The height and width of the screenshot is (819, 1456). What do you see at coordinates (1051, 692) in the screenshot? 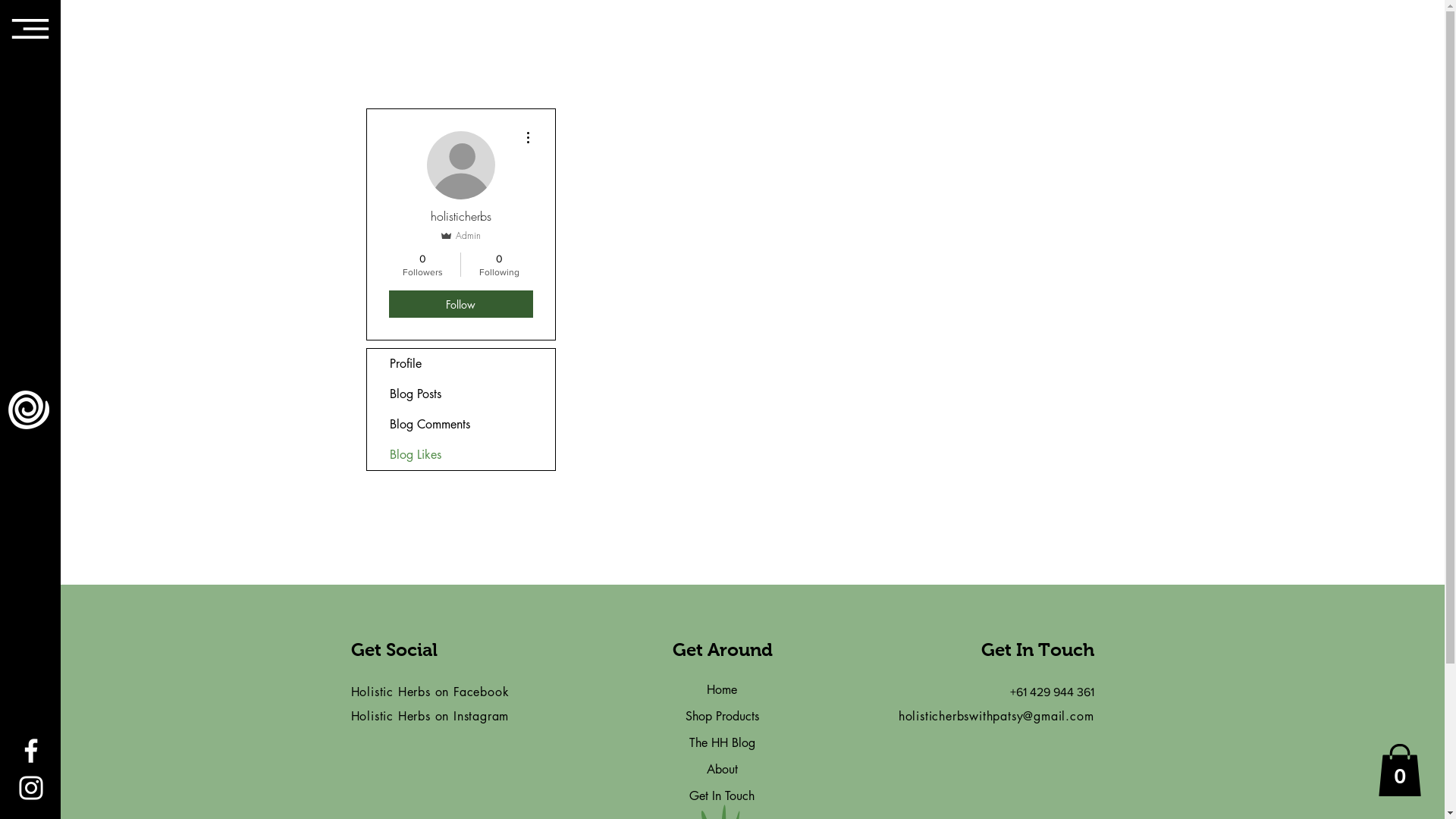
I see `'+61 429 944 361'` at bounding box center [1051, 692].